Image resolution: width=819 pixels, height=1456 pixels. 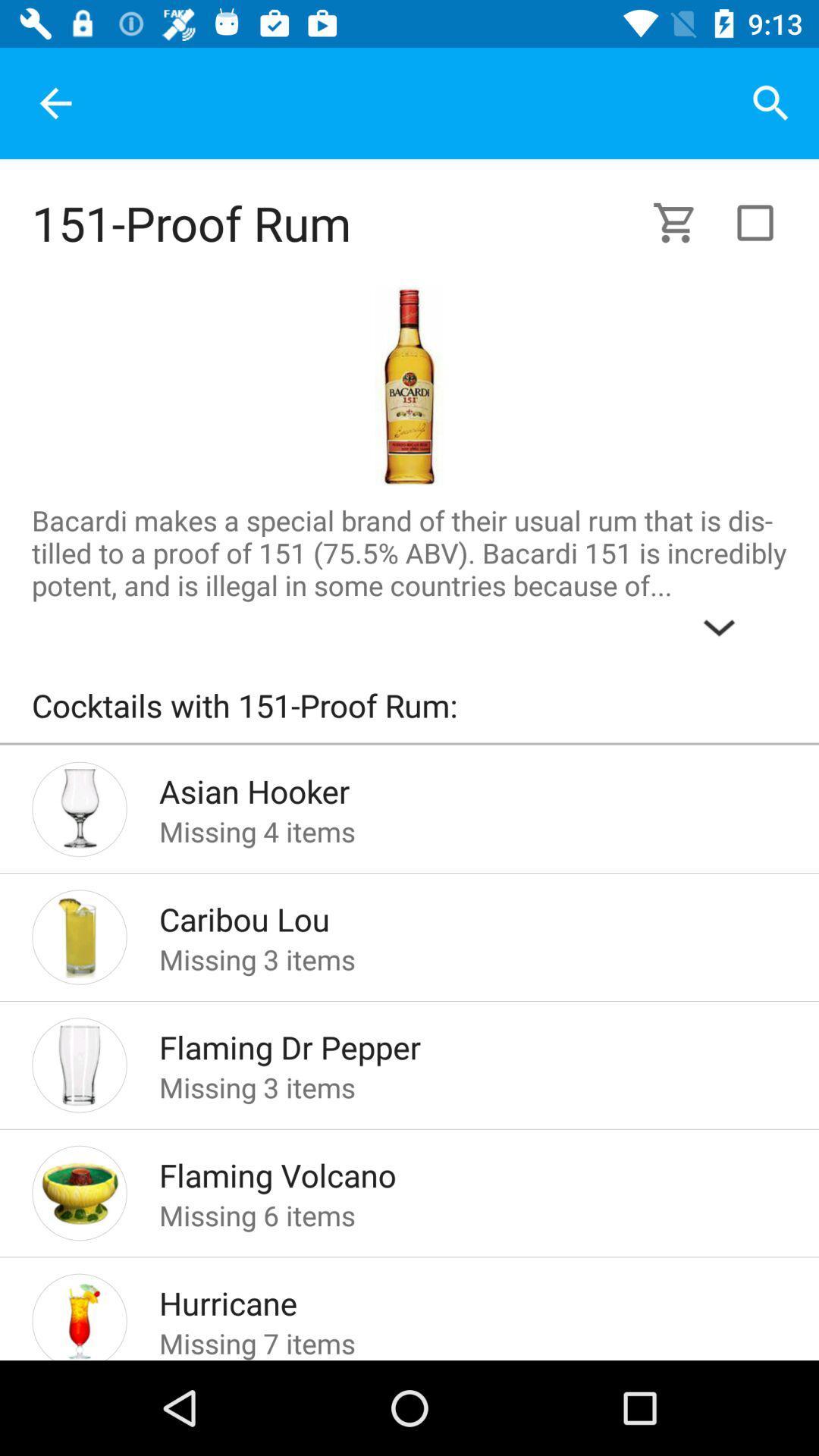 I want to click on zoom image, so click(x=408, y=386).